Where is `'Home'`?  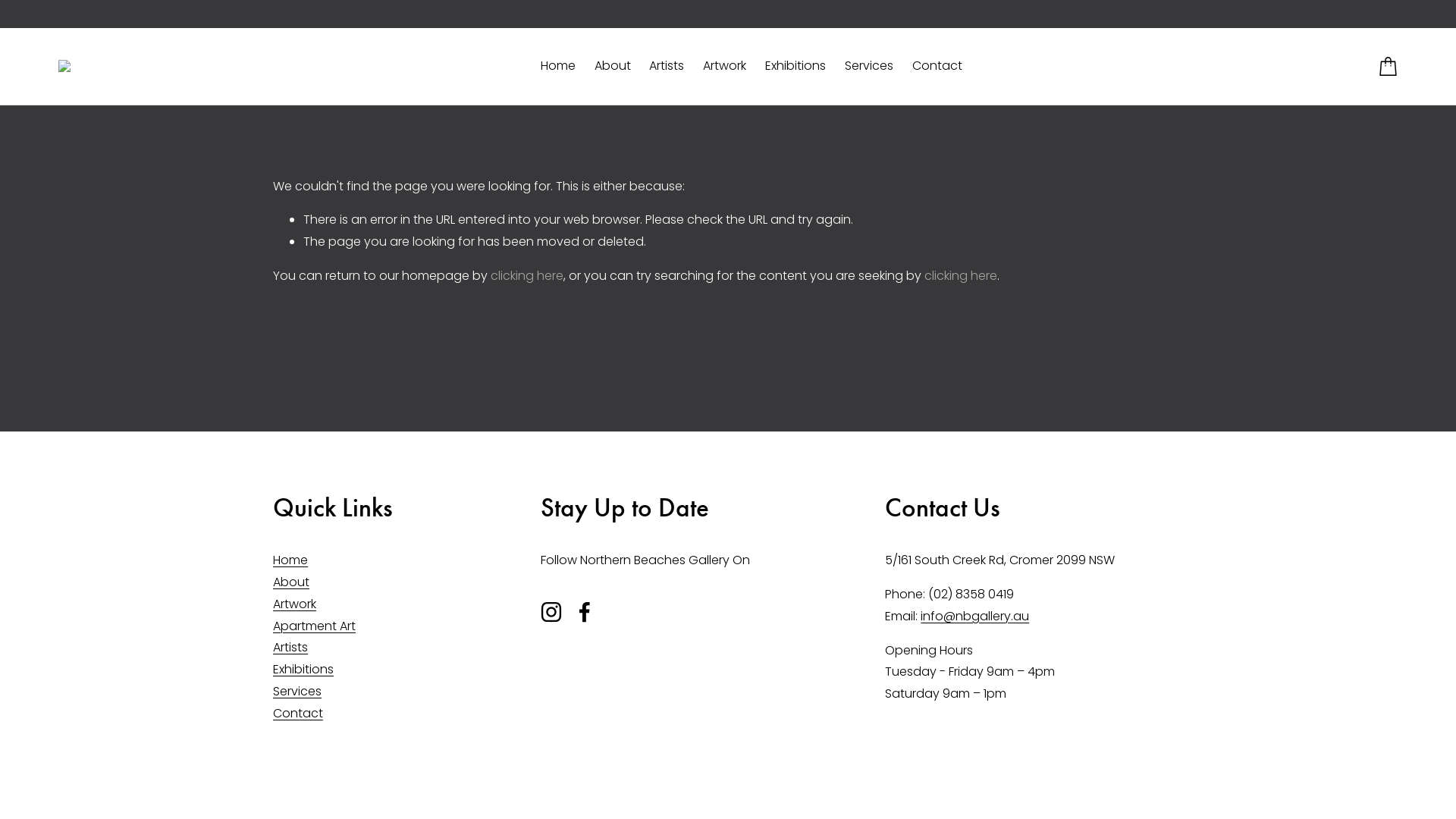
'Home' is located at coordinates (557, 65).